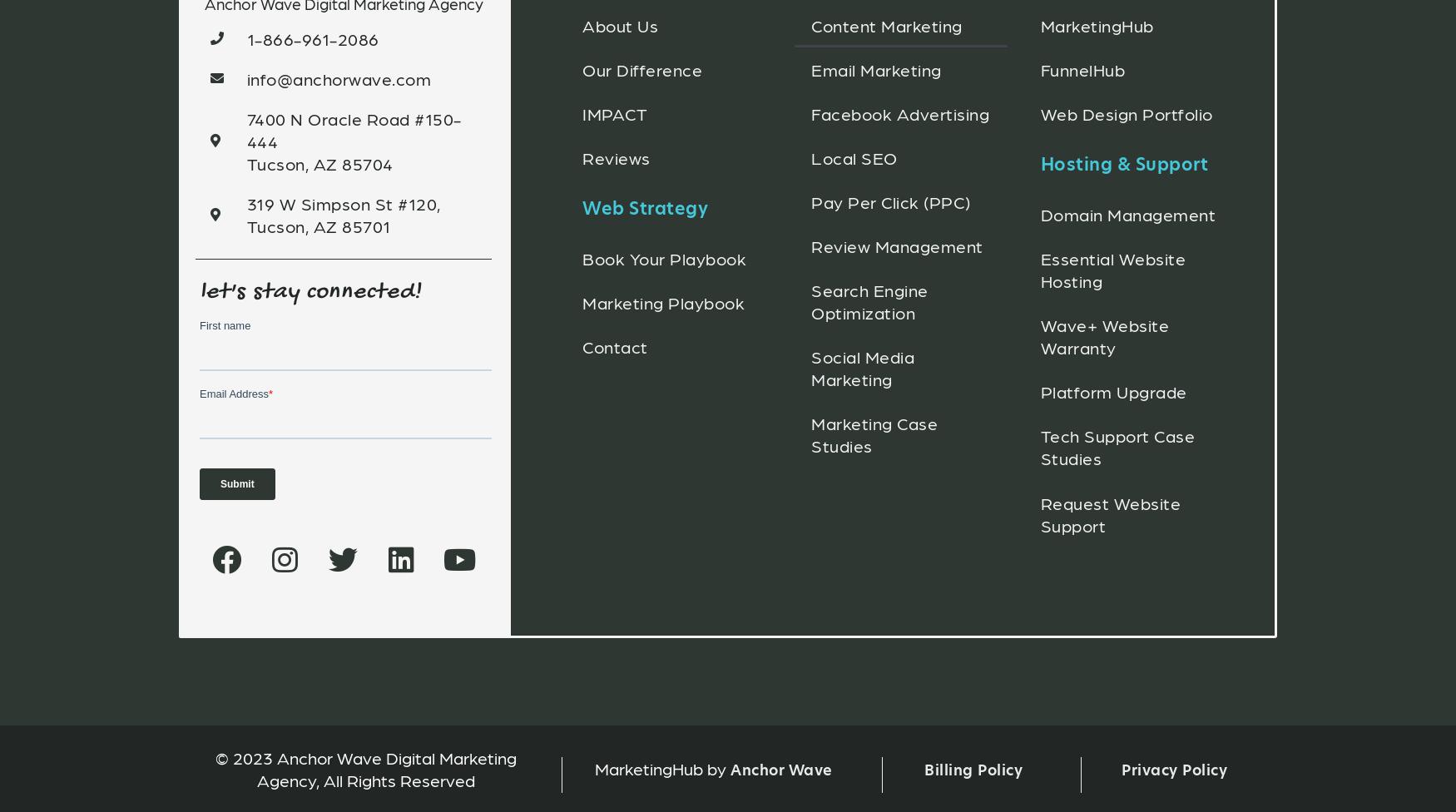  Describe the element at coordinates (215, 767) in the screenshot. I see `'© 2023 Anchor Wave Digital Marketing Agency, All Rights Reserved'` at that location.